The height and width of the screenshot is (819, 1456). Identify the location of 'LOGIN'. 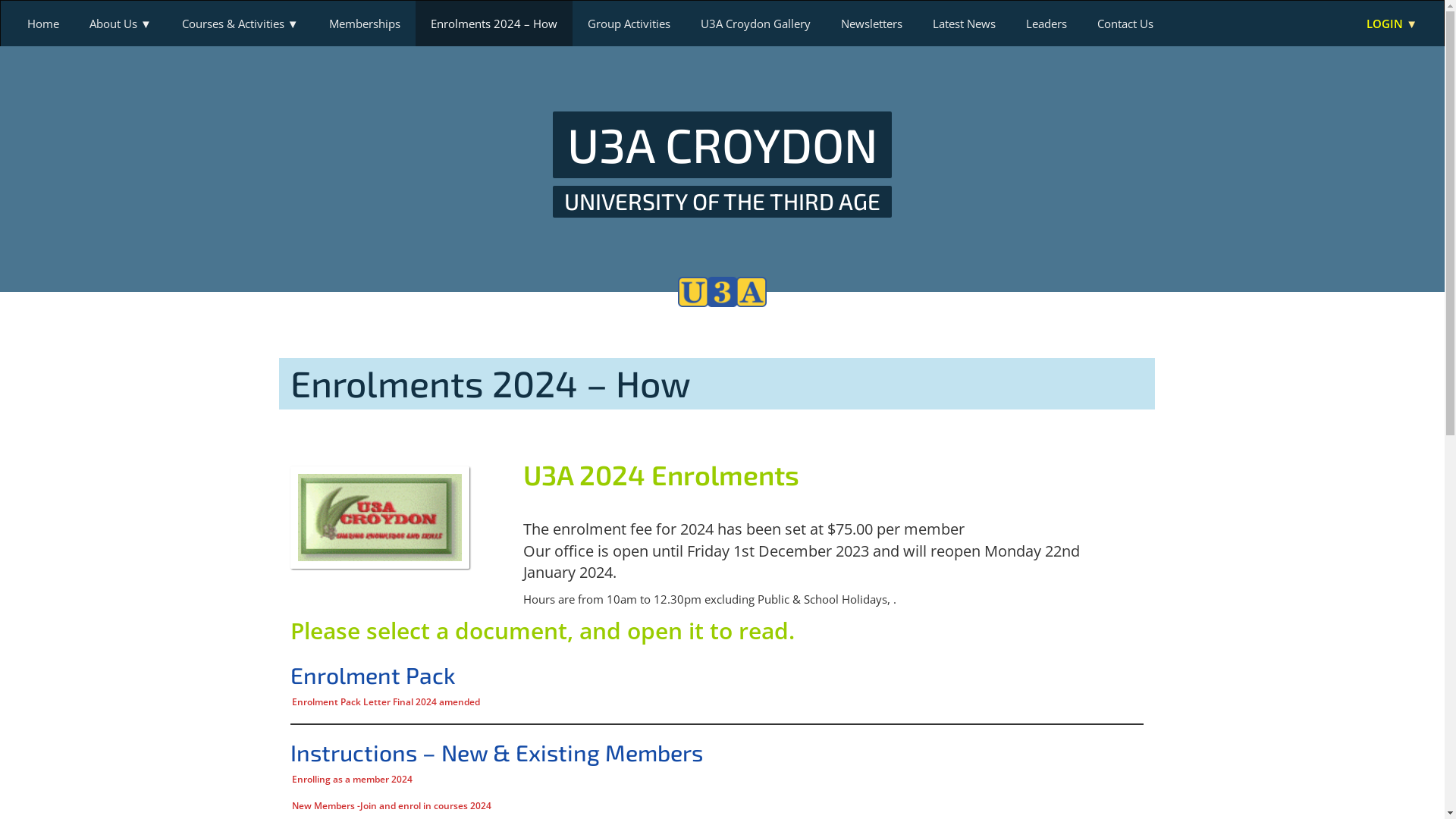
(1392, 23).